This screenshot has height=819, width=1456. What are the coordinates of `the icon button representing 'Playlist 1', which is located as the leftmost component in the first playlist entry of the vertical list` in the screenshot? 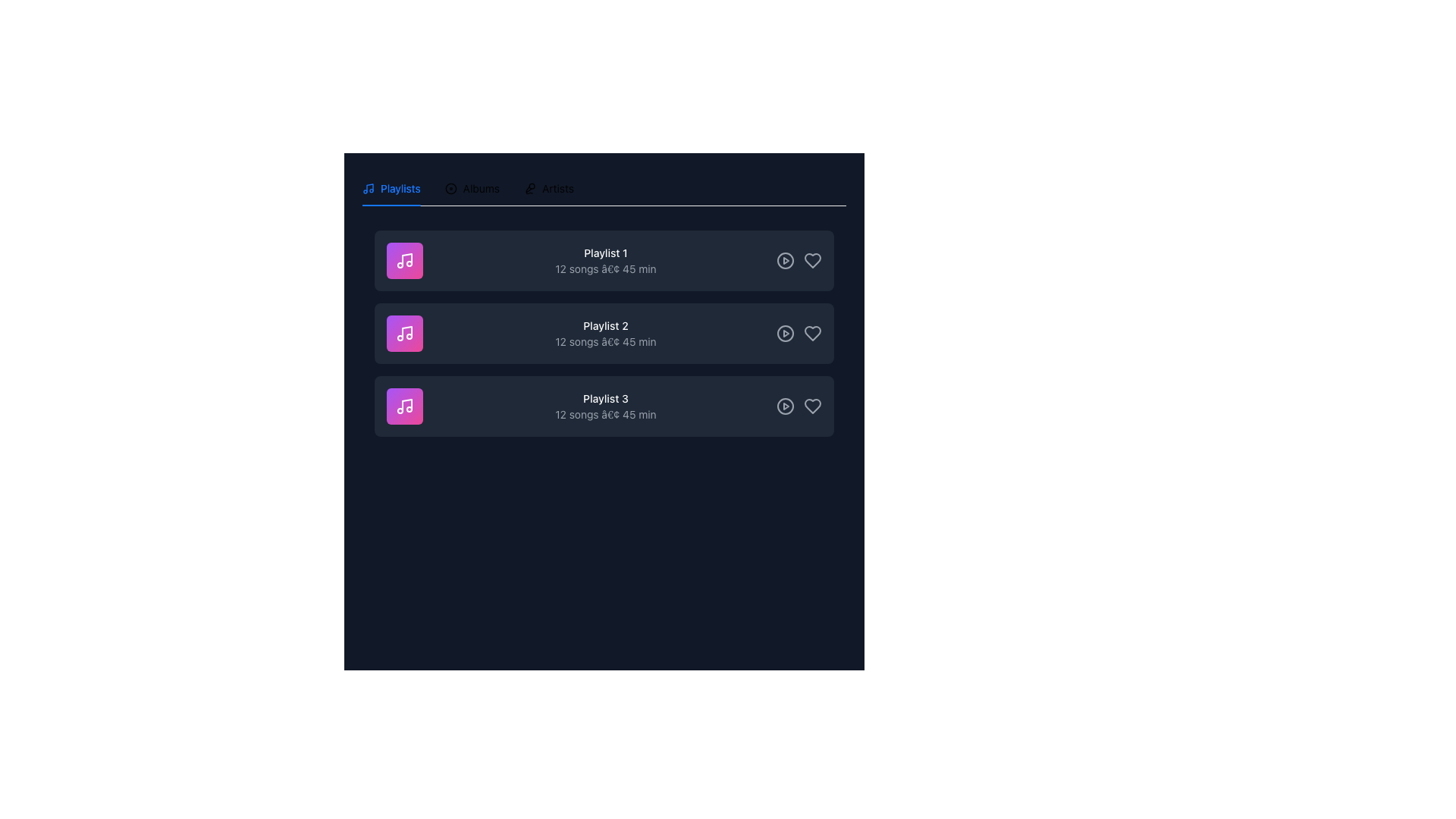 It's located at (404, 259).